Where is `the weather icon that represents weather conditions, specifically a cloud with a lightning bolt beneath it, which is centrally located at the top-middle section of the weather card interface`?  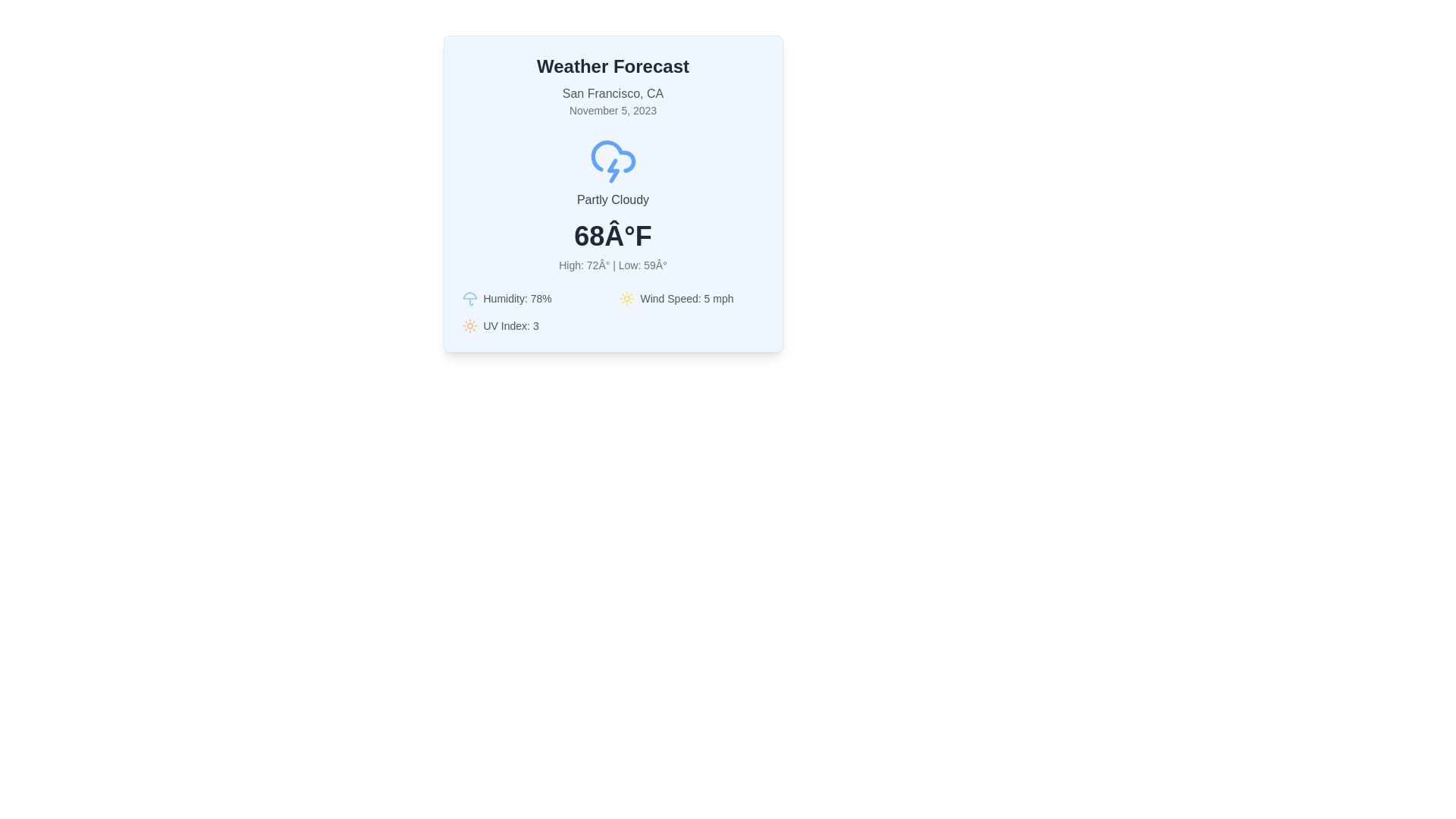
the weather icon that represents weather conditions, specifically a cloud with a lightning bolt beneath it, which is centrally located at the top-middle section of the weather card interface is located at coordinates (613, 161).